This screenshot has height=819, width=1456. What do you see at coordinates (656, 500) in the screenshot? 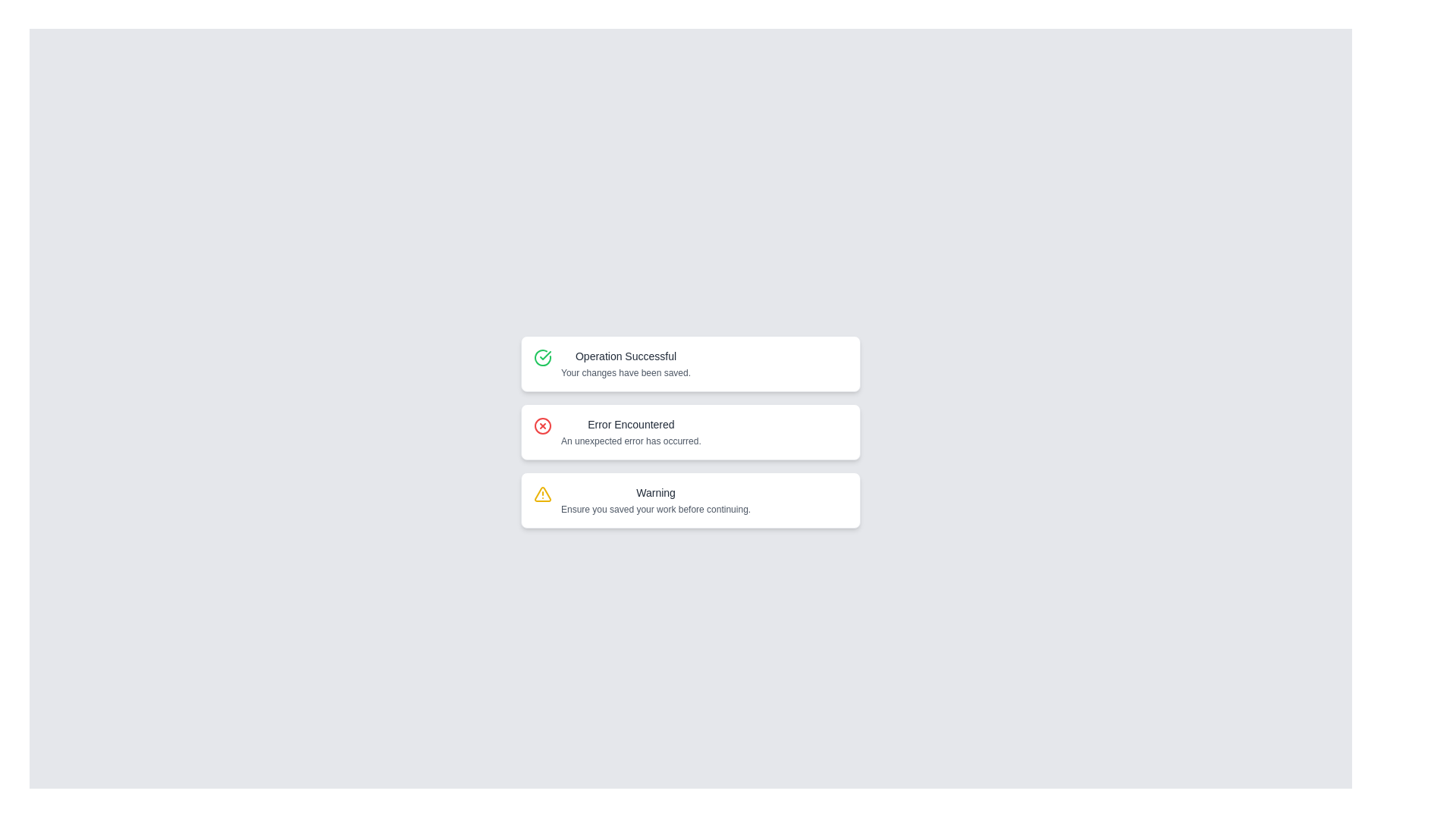
I see `the third notification with a white background and a 'Warning' title, located below the 'Error Encountered' notification` at bounding box center [656, 500].